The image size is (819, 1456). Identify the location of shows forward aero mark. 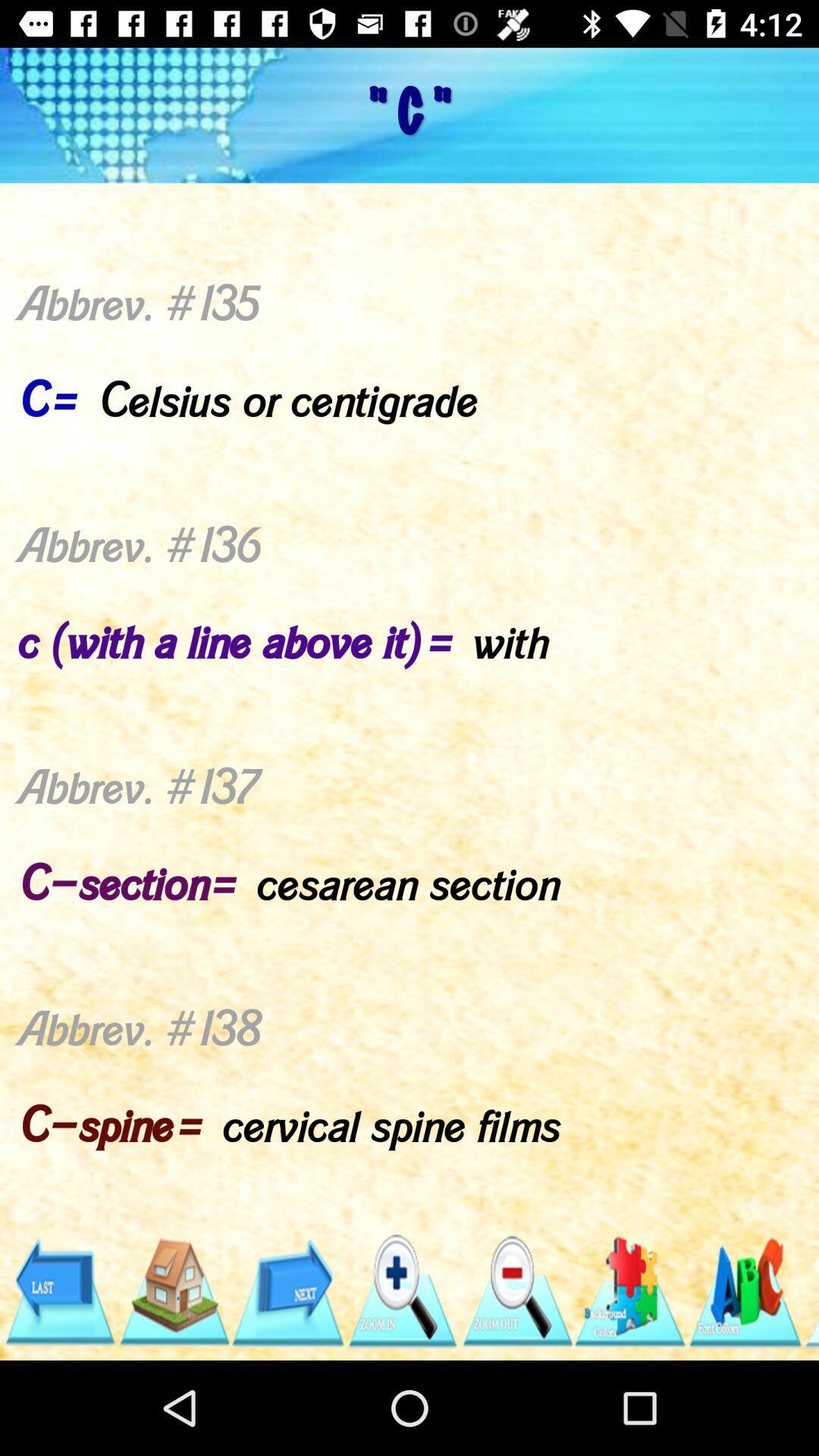
(287, 1291).